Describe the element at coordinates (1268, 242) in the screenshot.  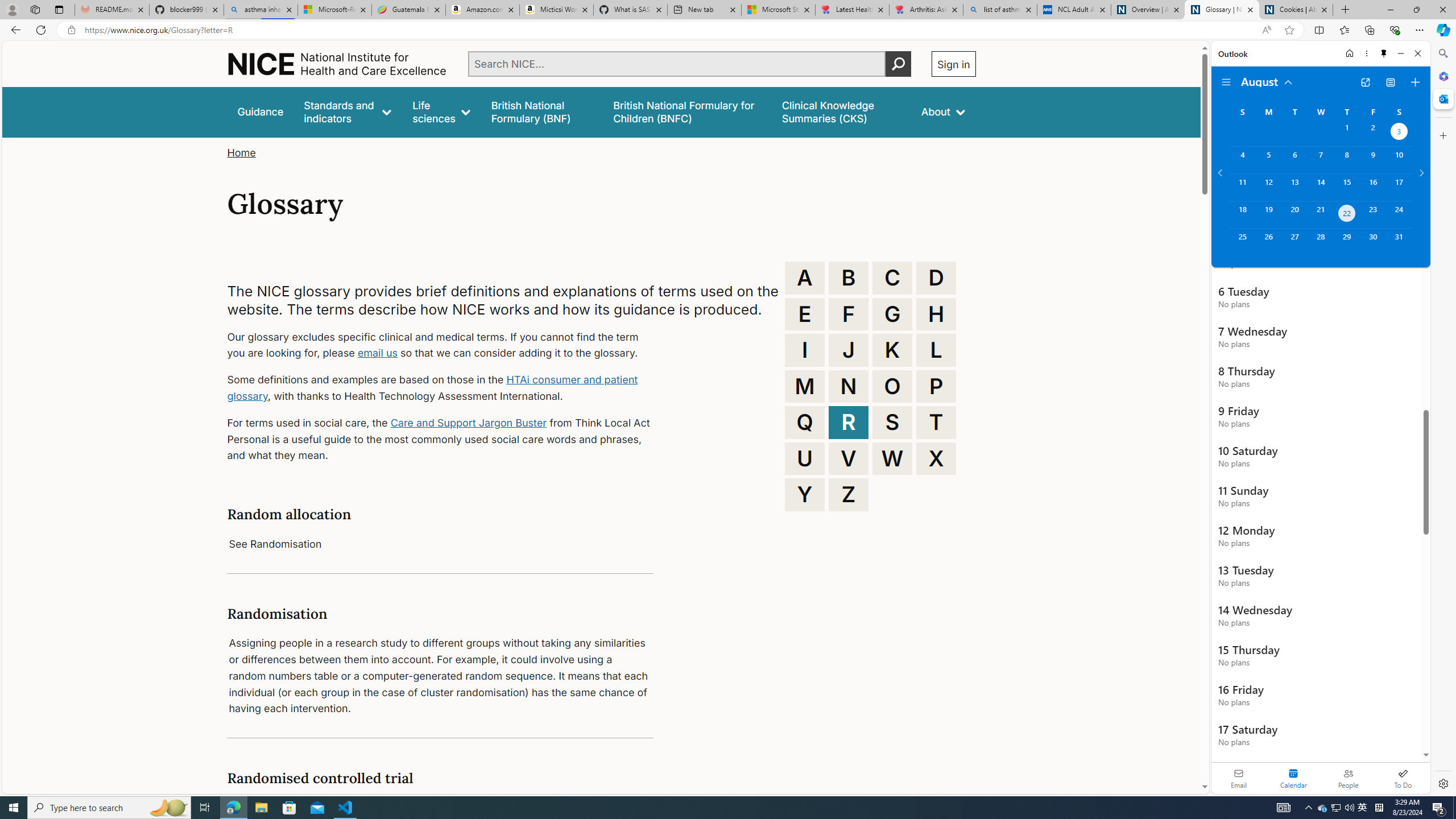
I see `'Monday, August 26, 2024. '` at that location.